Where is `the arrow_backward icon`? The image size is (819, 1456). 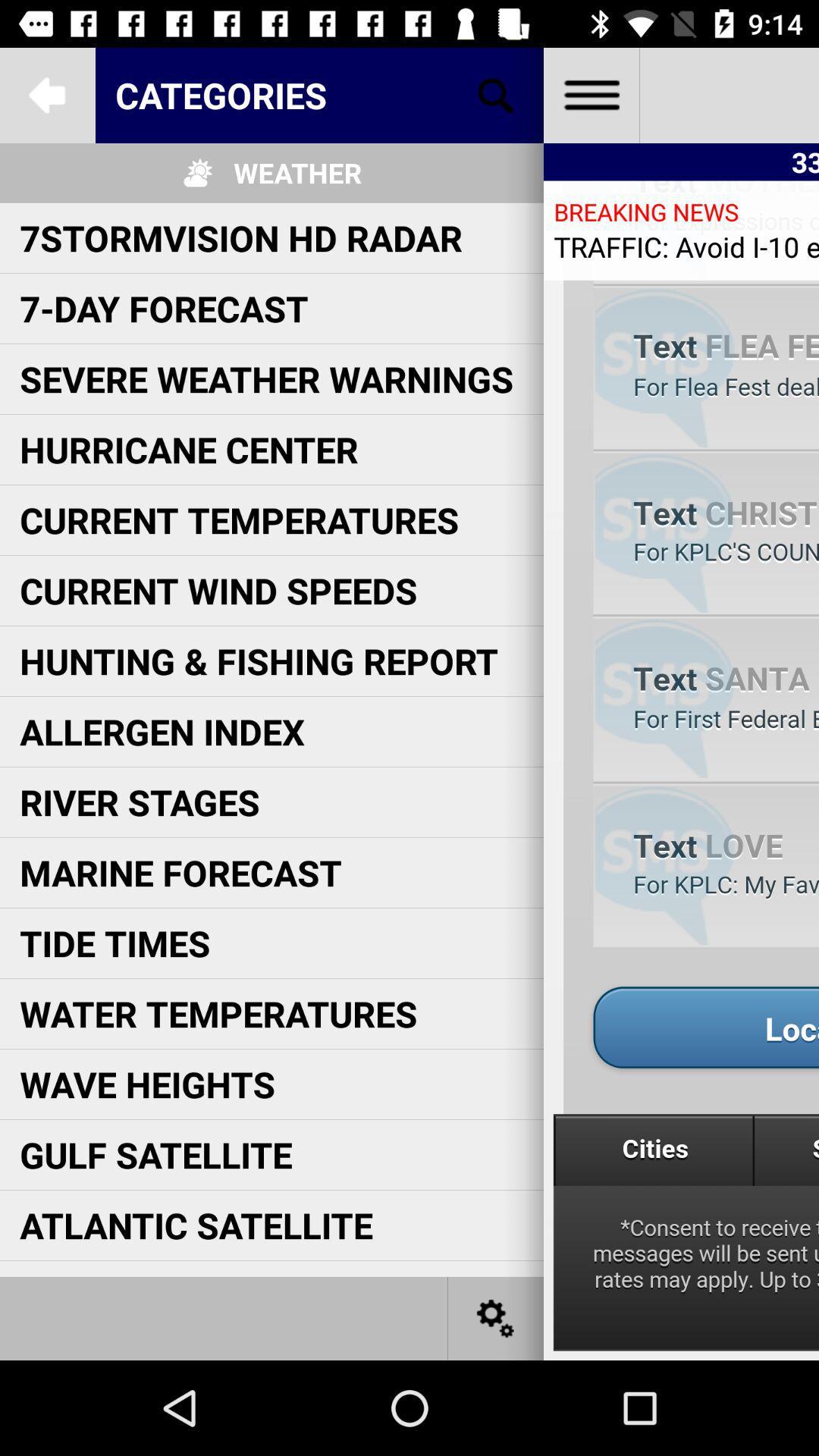
the arrow_backward icon is located at coordinates (46, 94).